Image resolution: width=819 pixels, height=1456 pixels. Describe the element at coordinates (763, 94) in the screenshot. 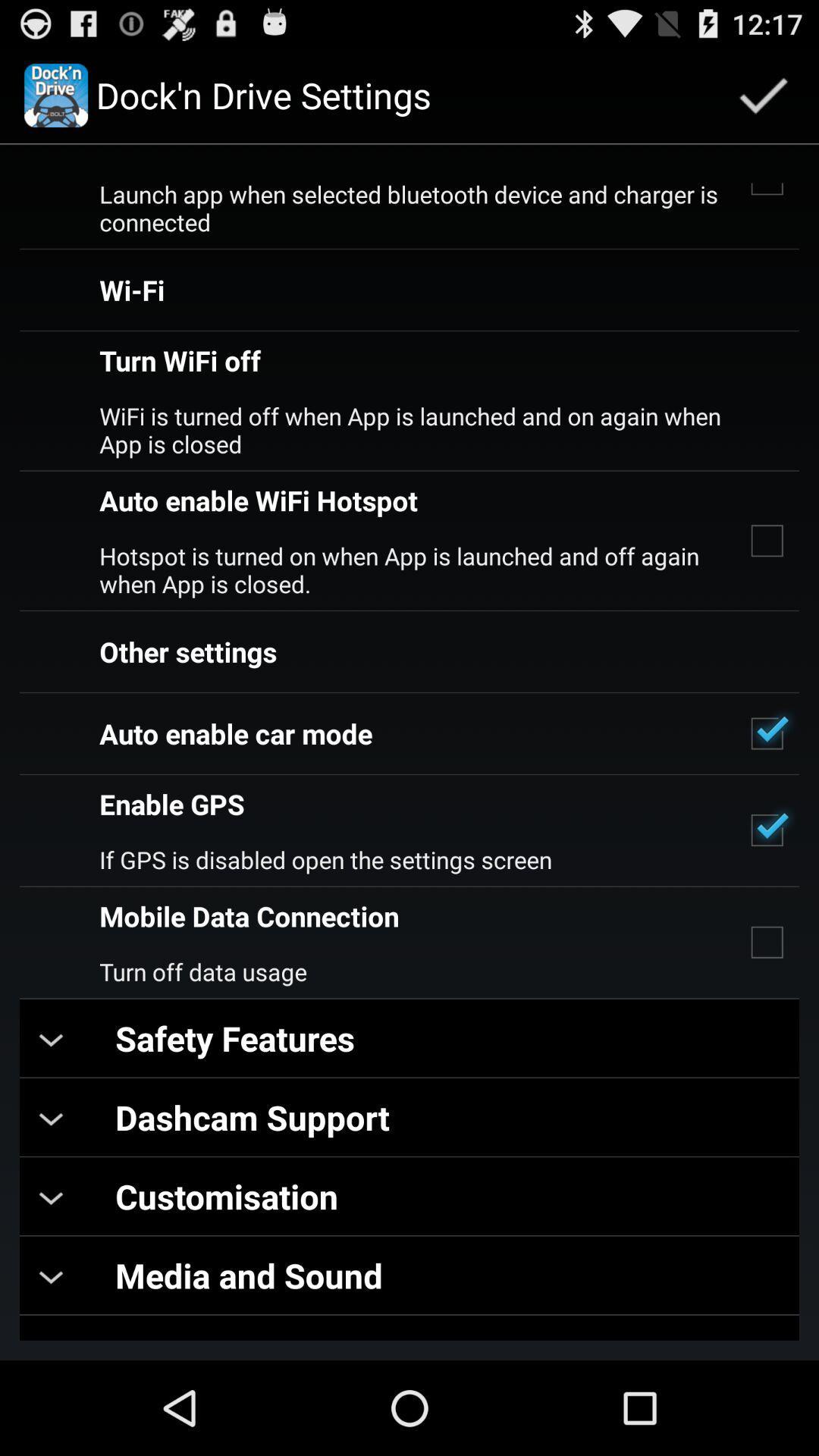

I see `app next to dock n drive icon` at that location.